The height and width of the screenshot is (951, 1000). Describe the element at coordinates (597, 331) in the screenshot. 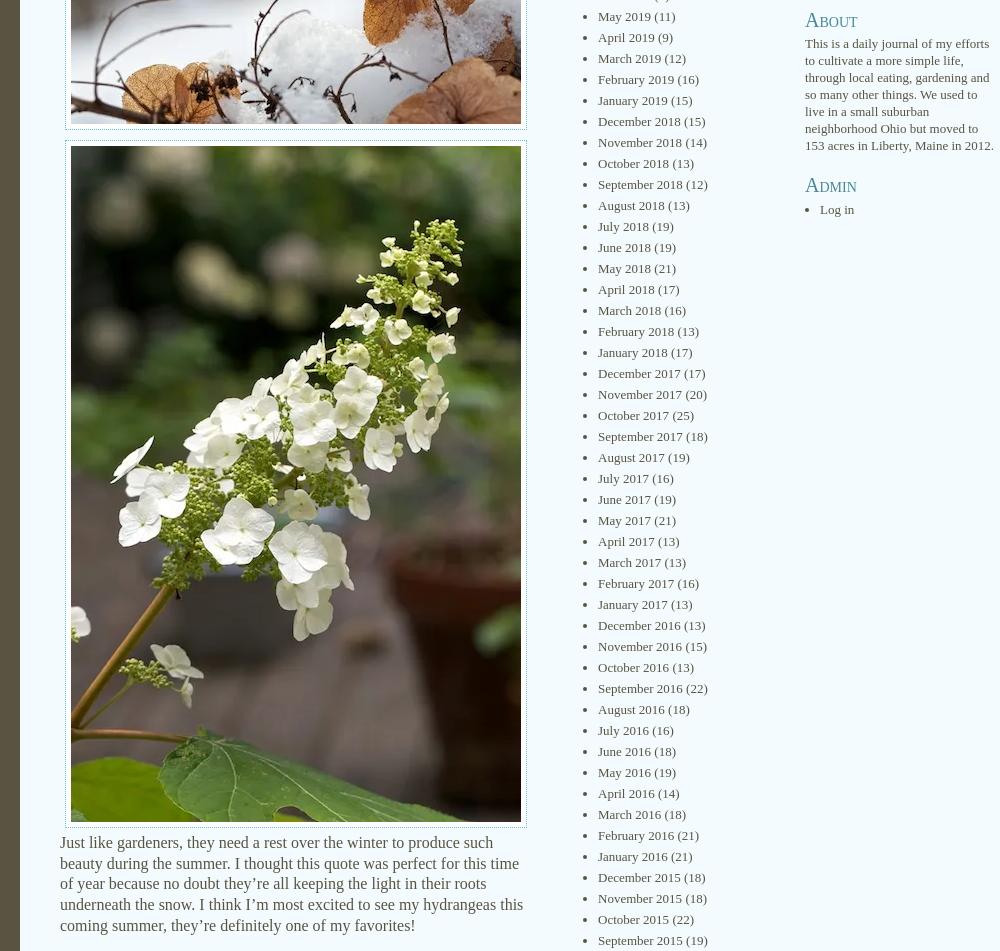

I see `'February 2018'` at that location.